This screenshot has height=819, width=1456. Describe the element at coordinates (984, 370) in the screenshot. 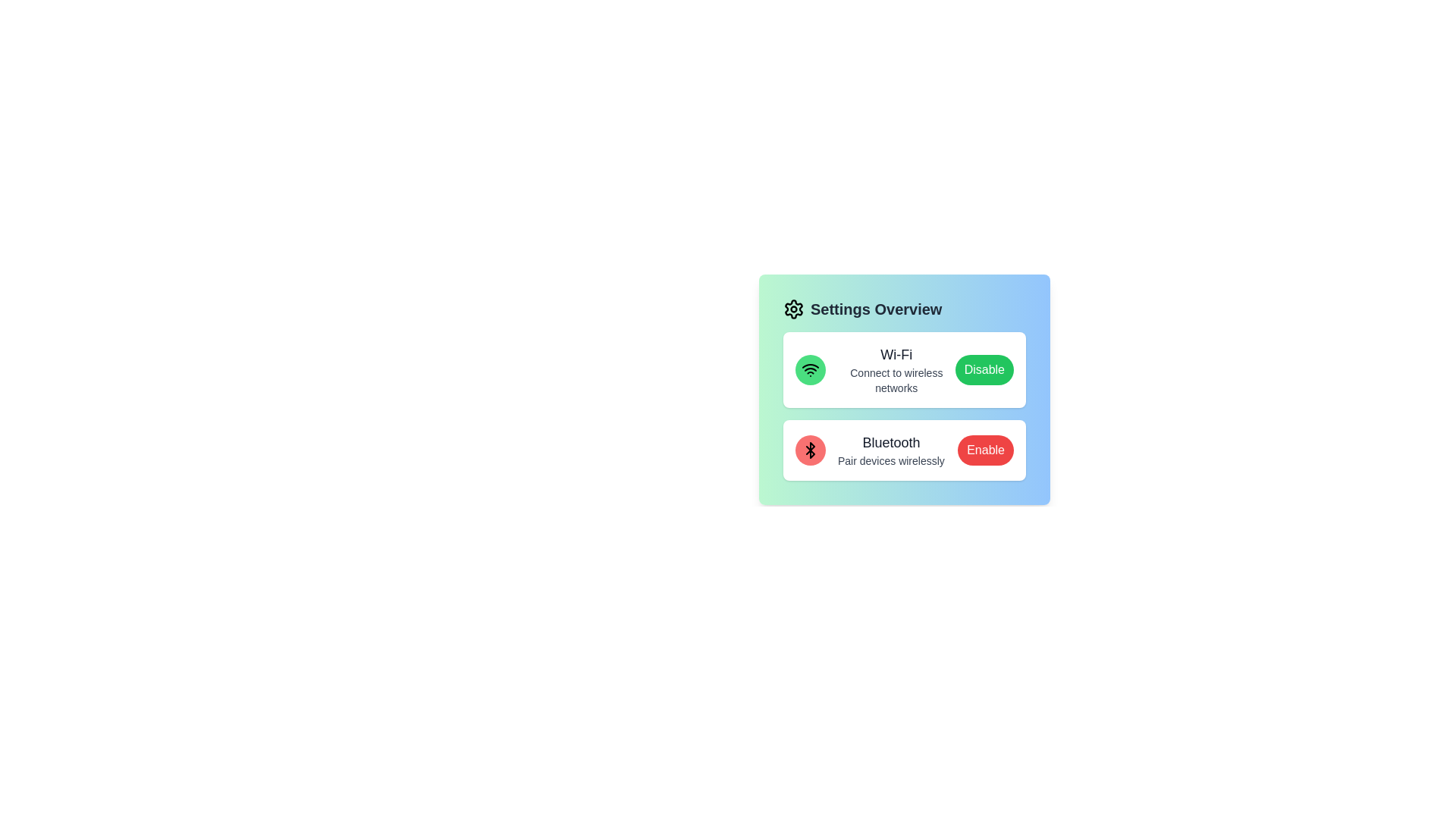

I see `the 'Disable' button for Wi-Fi` at that location.